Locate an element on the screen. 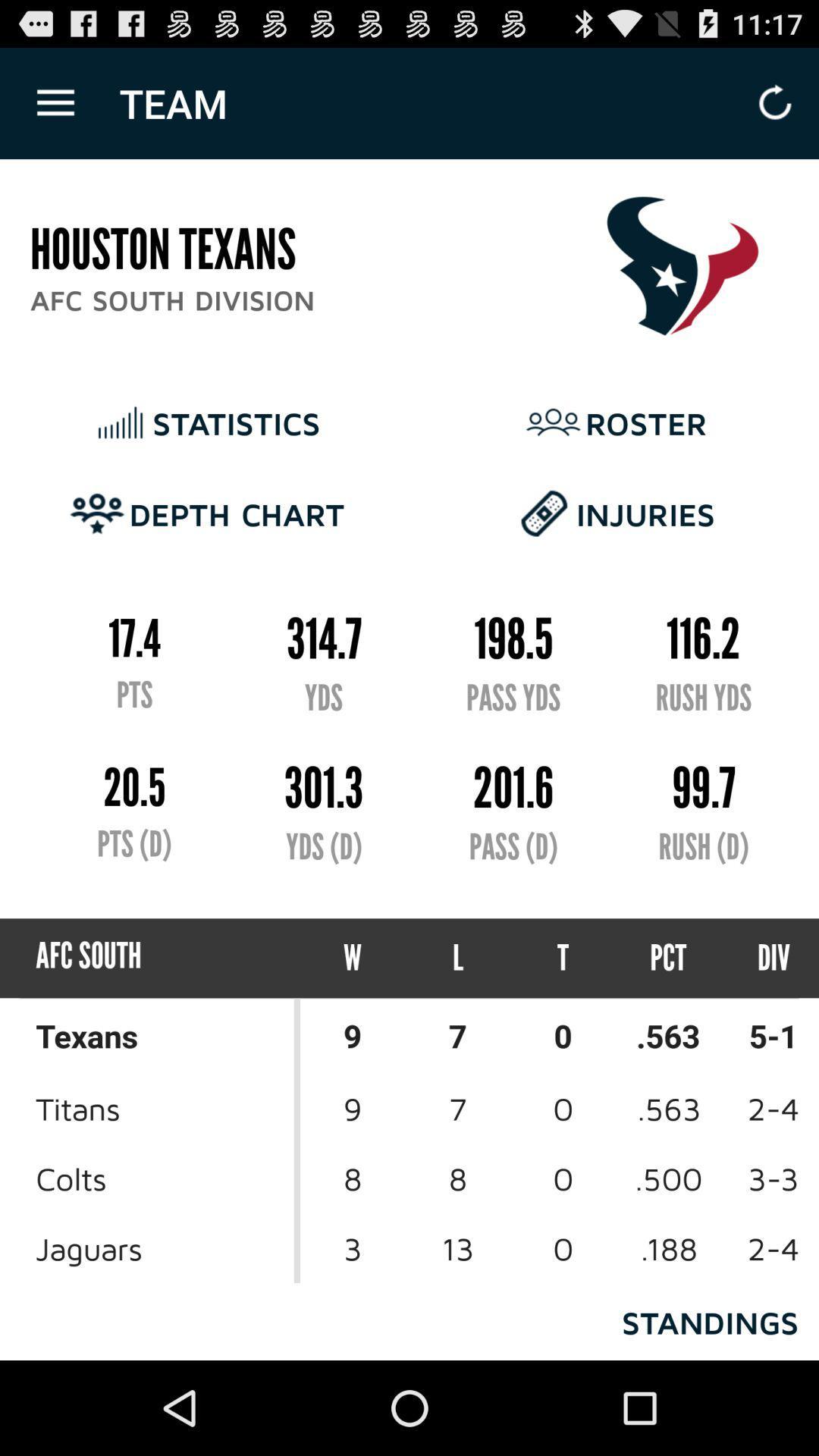 This screenshot has width=819, height=1456. item above 7 item is located at coordinates (563, 957).